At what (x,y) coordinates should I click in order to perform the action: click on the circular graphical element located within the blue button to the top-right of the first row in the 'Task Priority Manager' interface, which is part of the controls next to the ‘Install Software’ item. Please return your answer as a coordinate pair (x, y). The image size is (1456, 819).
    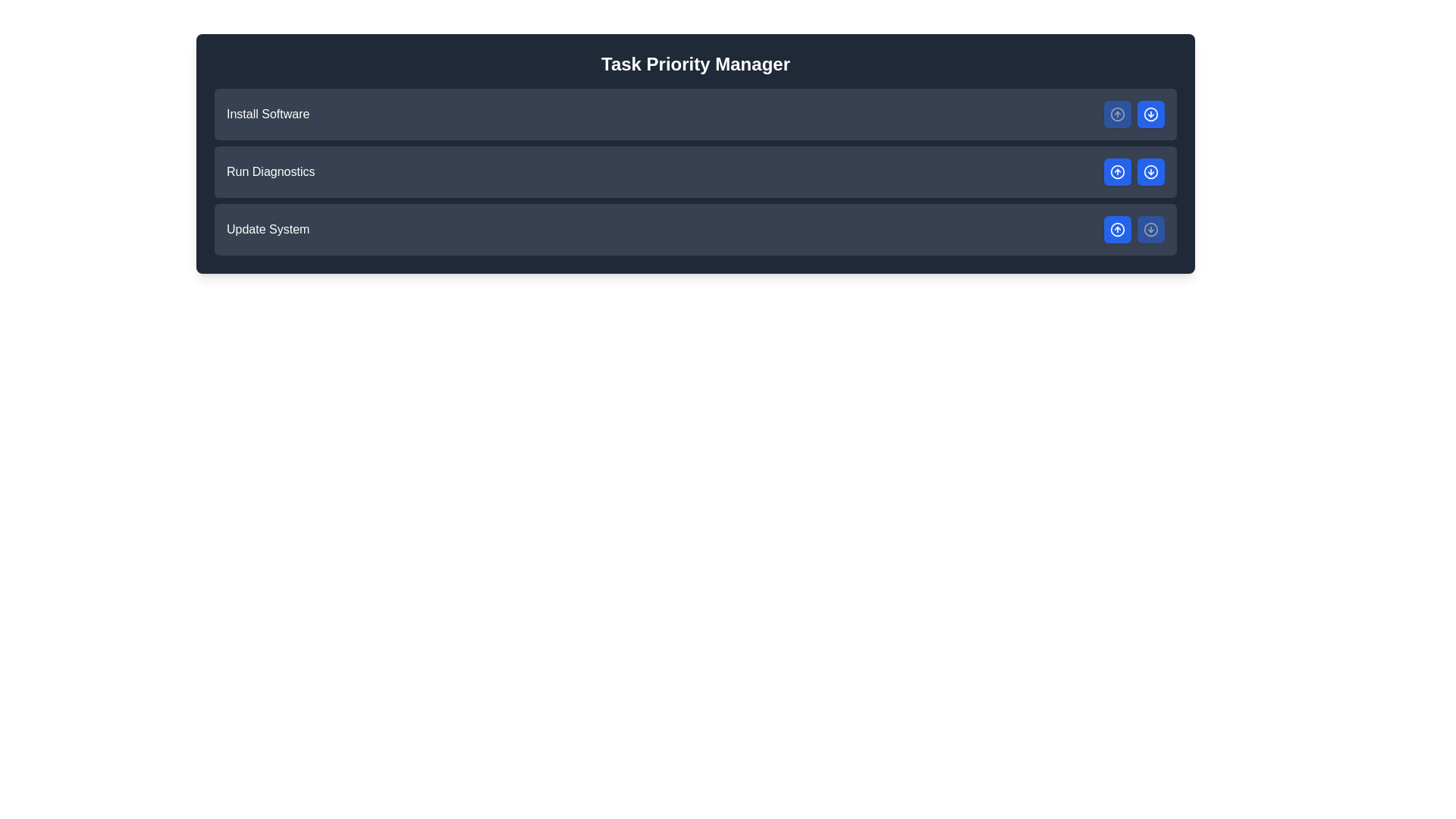
    Looking at the image, I should click on (1117, 113).